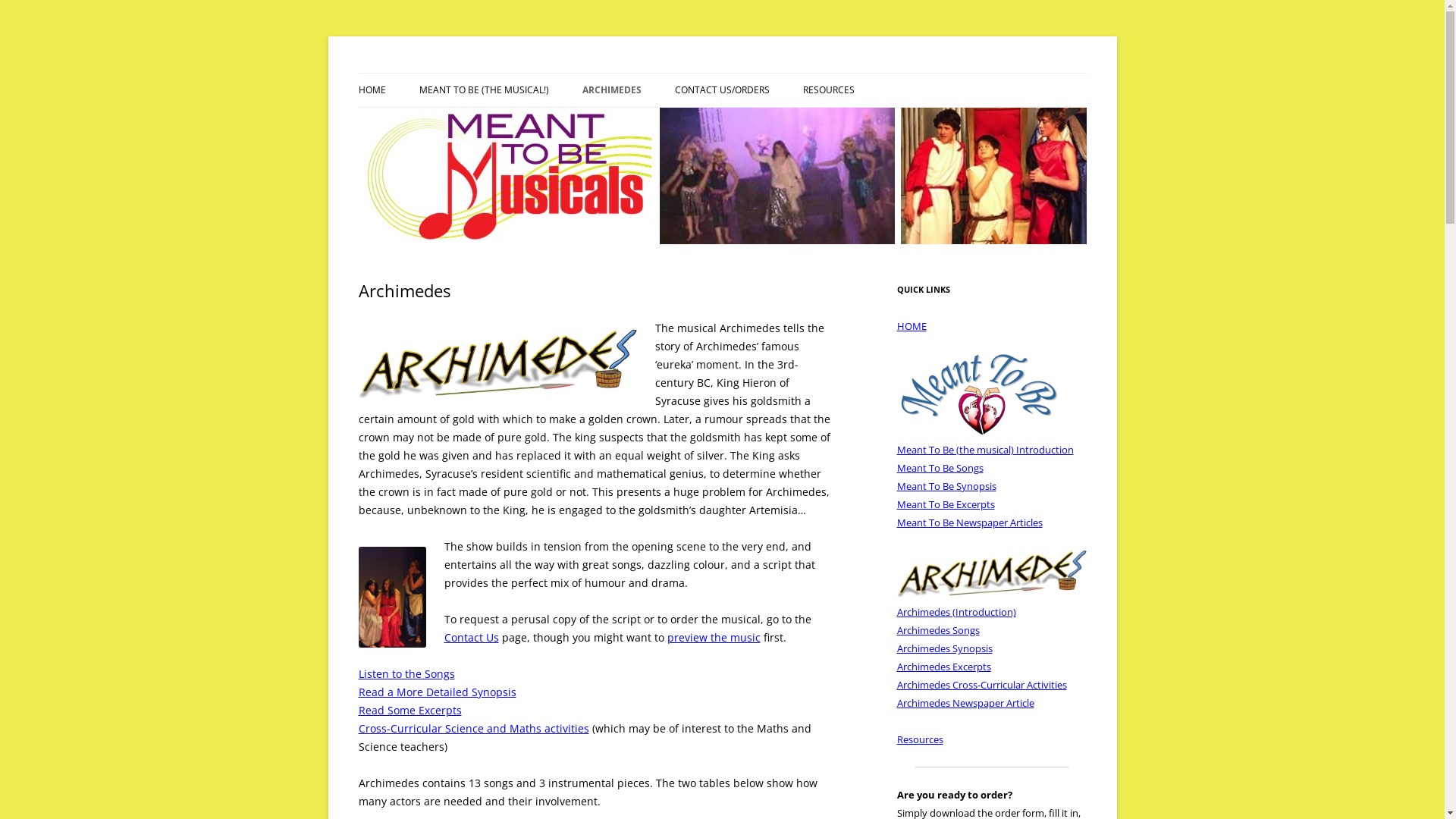 This screenshot has height=819, width=1456. Describe the element at coordinates (896, 522) in the screenshot. I see `'Meant To Be Newspaper Articles'` at that location.